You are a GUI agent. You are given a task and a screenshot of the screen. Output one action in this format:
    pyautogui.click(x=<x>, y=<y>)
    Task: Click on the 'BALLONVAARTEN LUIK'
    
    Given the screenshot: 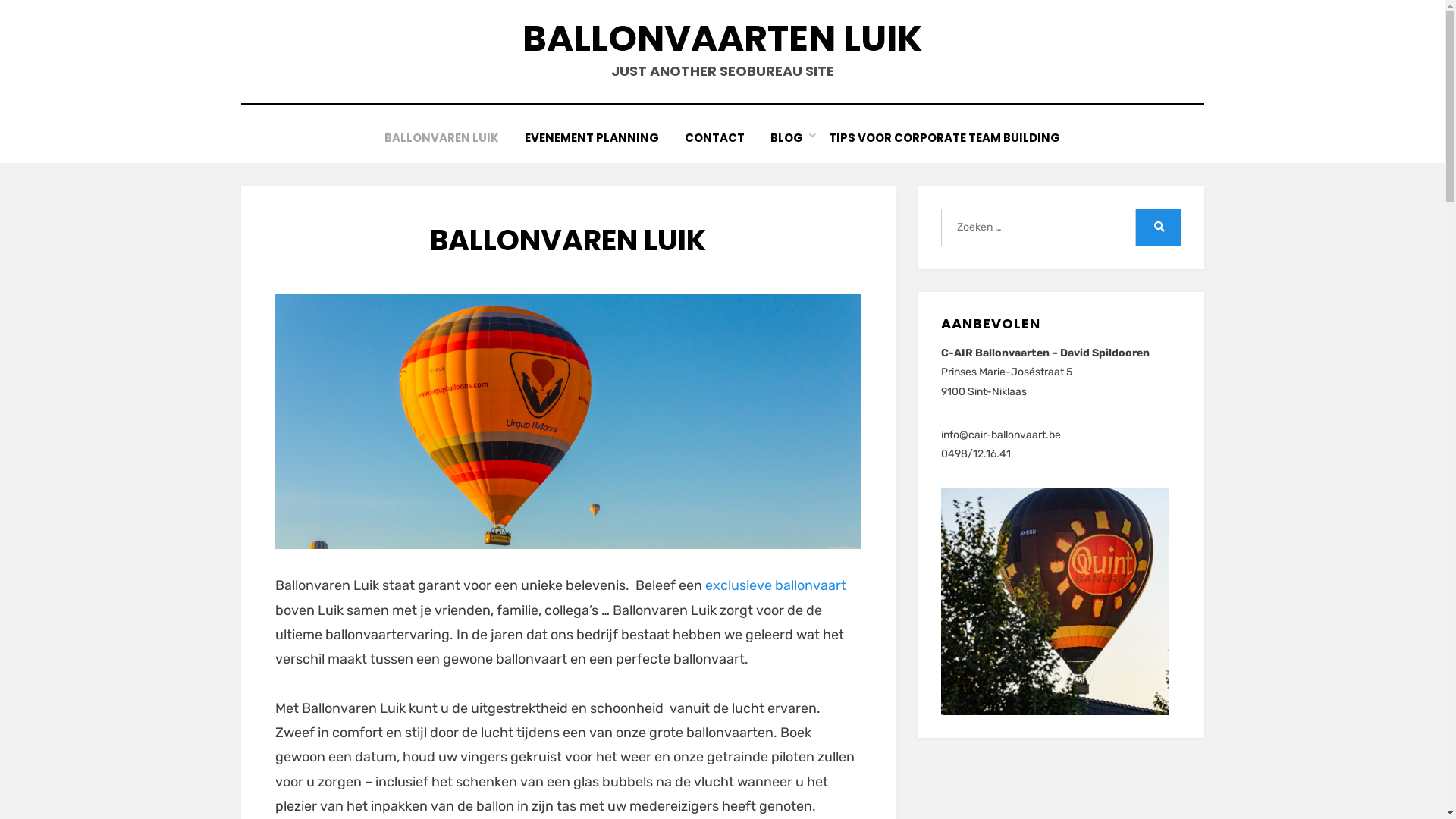 What is the action you would take?
    pyautogui.click(x=720, y=37)
    